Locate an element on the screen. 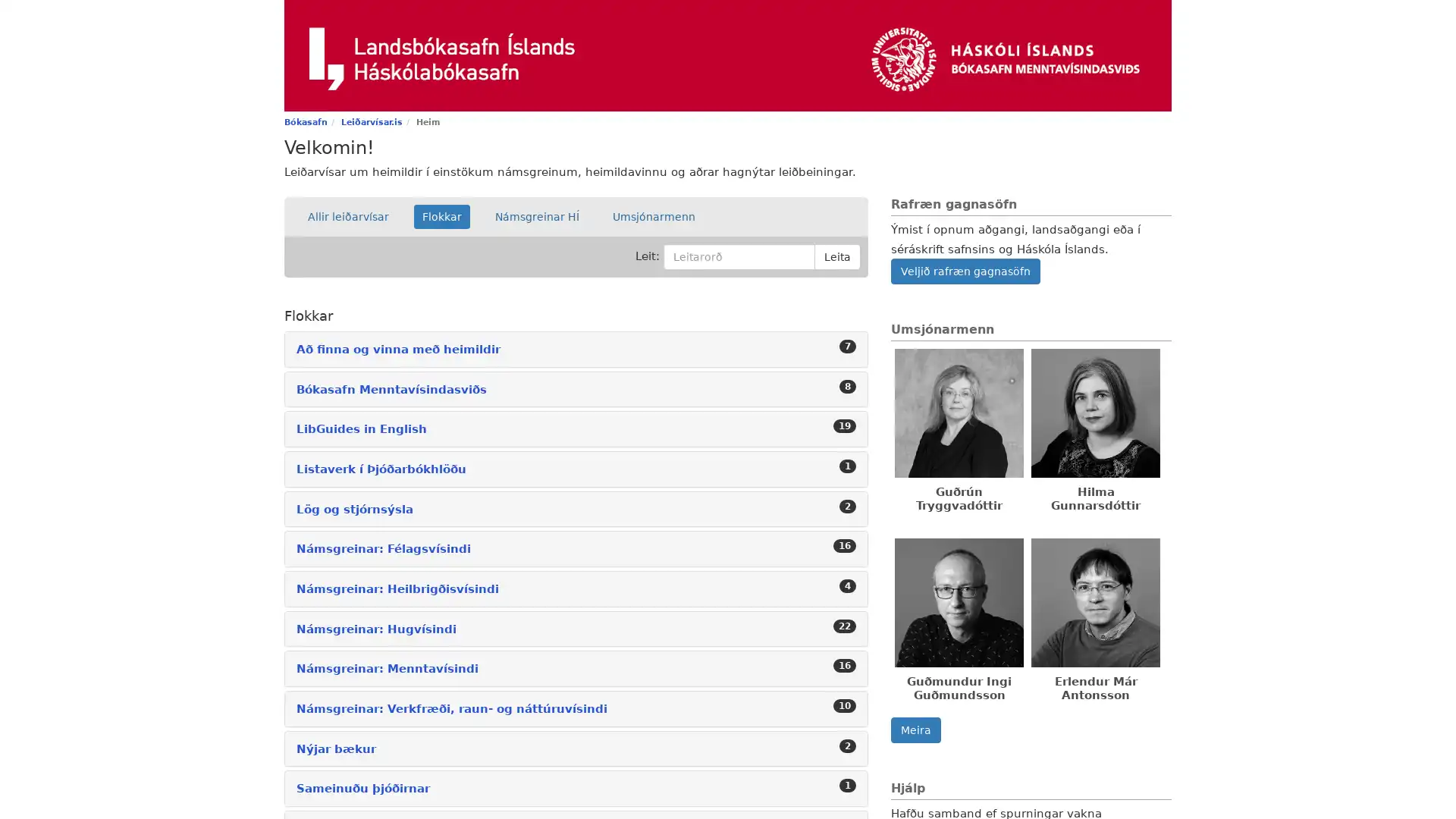  Allir leiarvisar is located at coordinates (347, 216).